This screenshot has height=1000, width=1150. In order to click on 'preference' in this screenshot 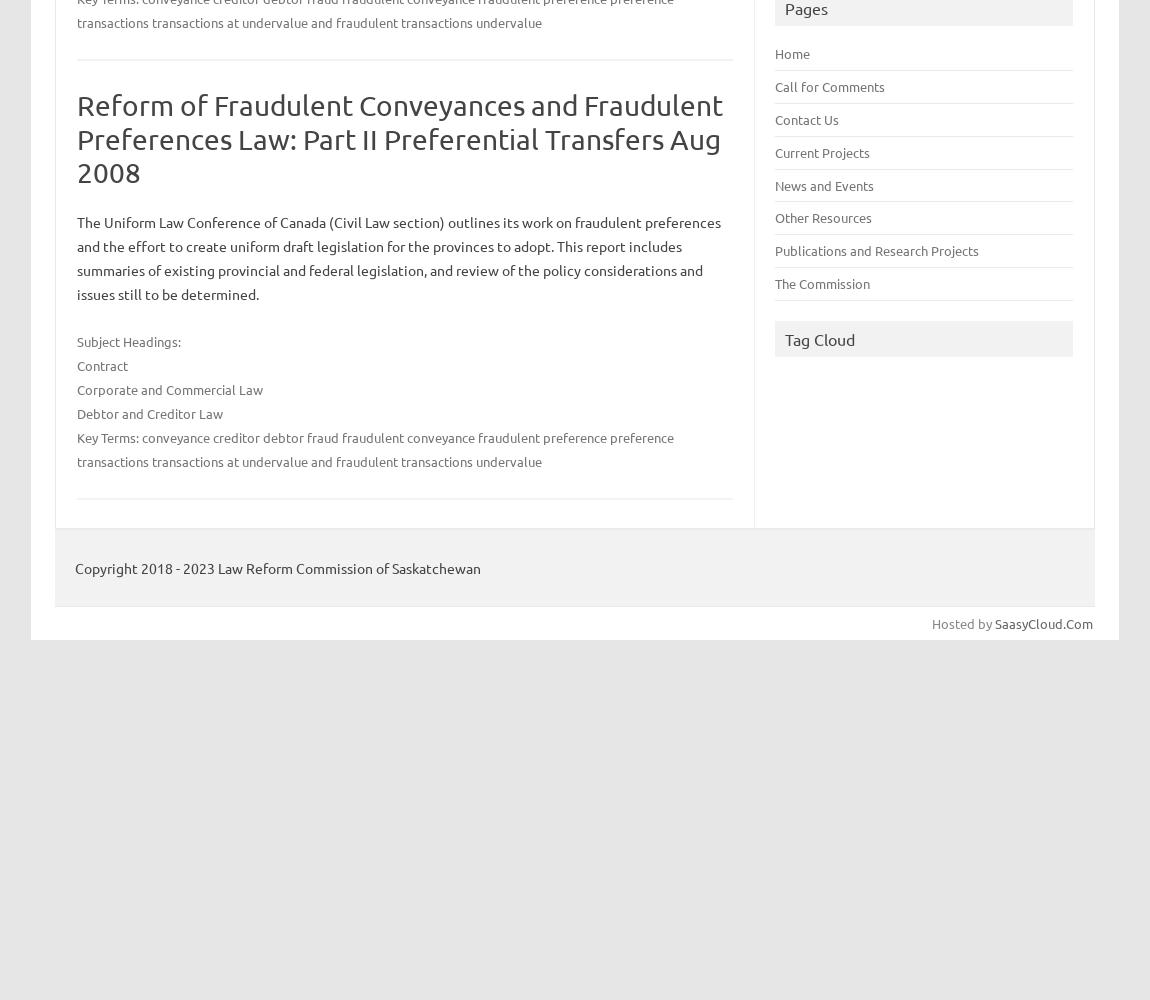, I will do `click(608, 436)`.